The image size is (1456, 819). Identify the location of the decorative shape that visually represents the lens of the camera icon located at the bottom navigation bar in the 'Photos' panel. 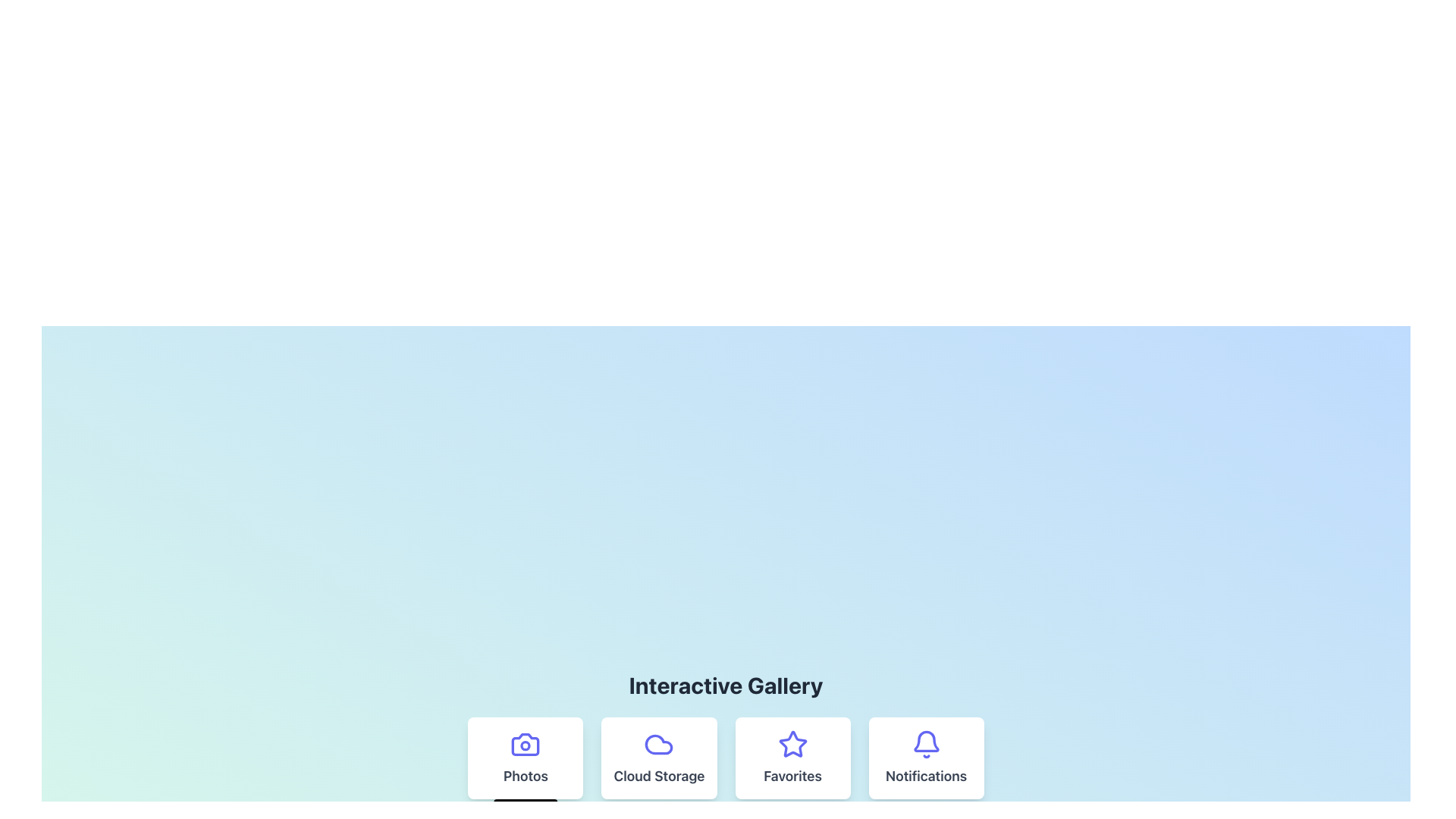
(526, 745).